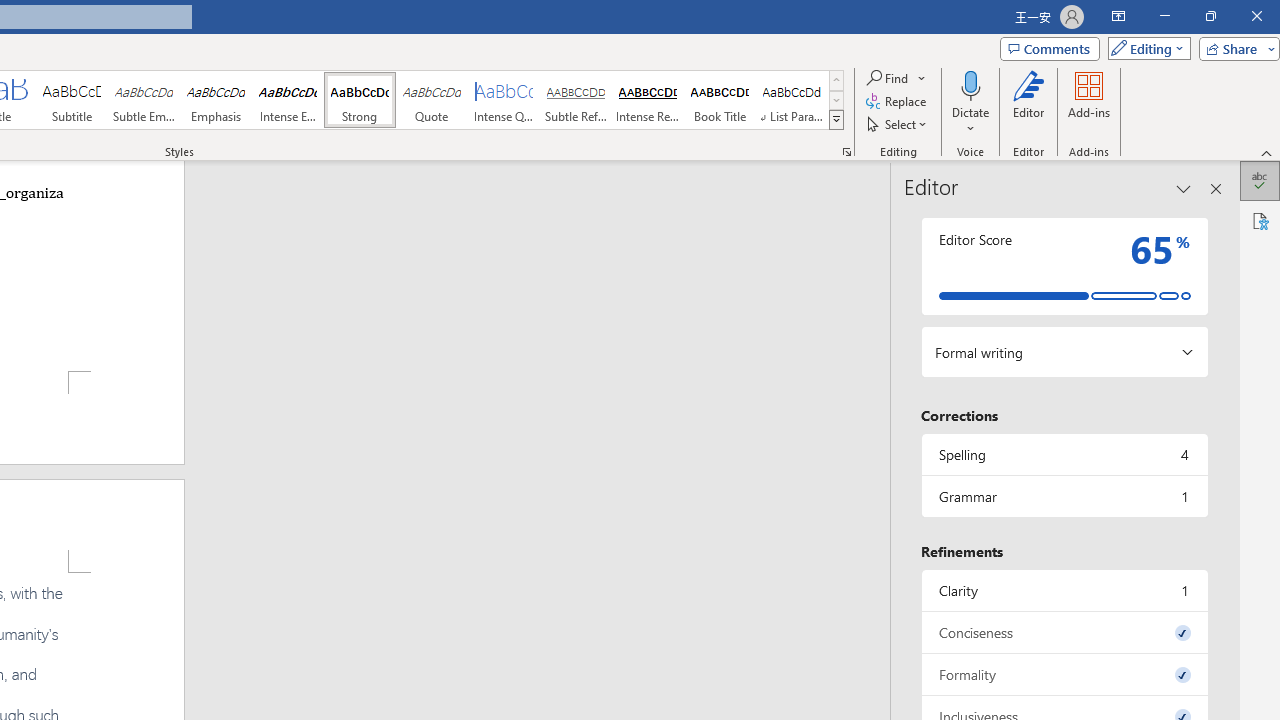 The width and height of the screenshot is (1280, 720). Describe the element at coordinates (504, 100) in the screenshot. I see `'Intense Quote'` at that location.